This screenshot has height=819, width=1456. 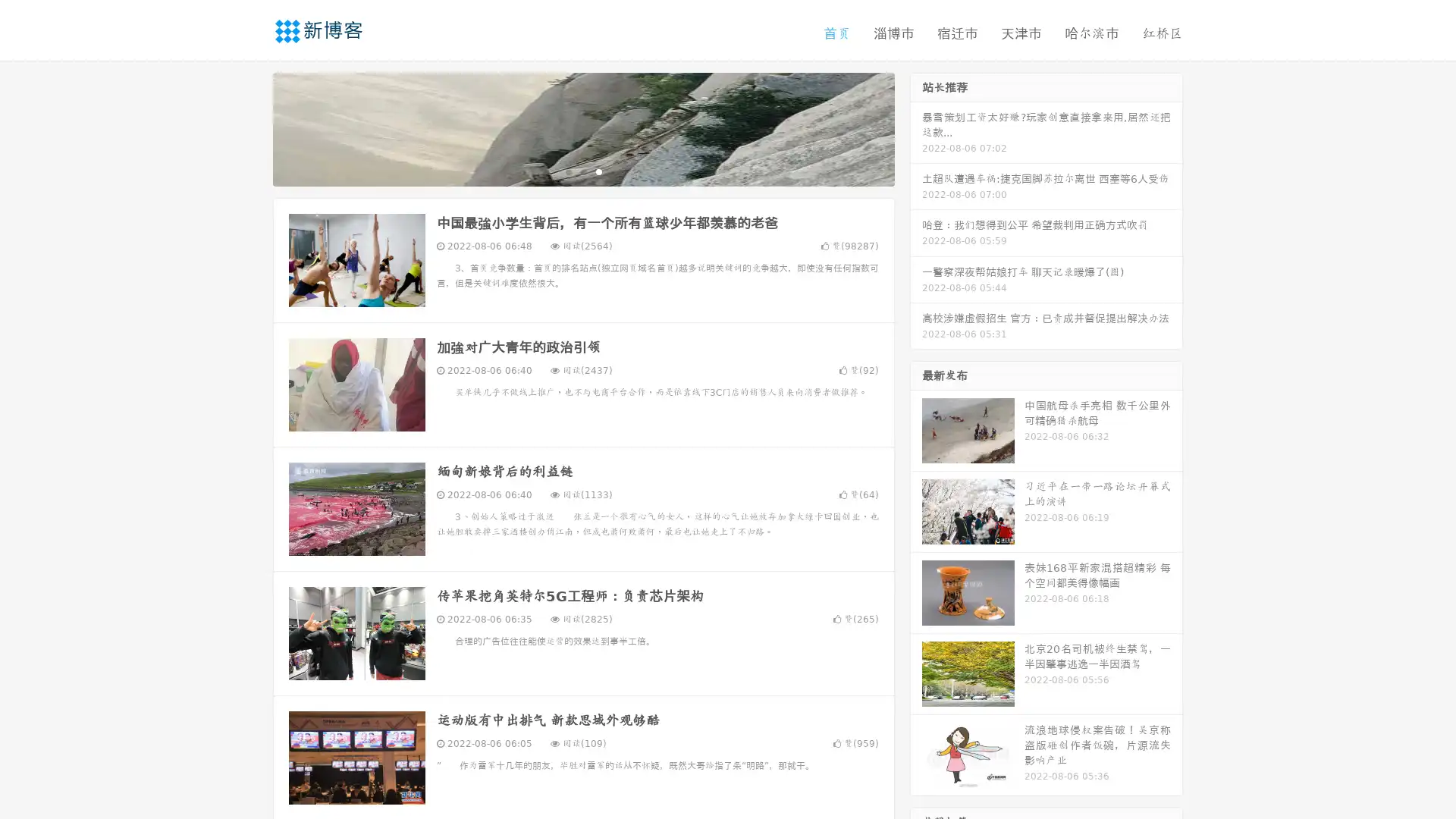 What do you see at coordinates (250, 127) in the screenshot?
I see `Previous slide` at bounding box center [250, 127].